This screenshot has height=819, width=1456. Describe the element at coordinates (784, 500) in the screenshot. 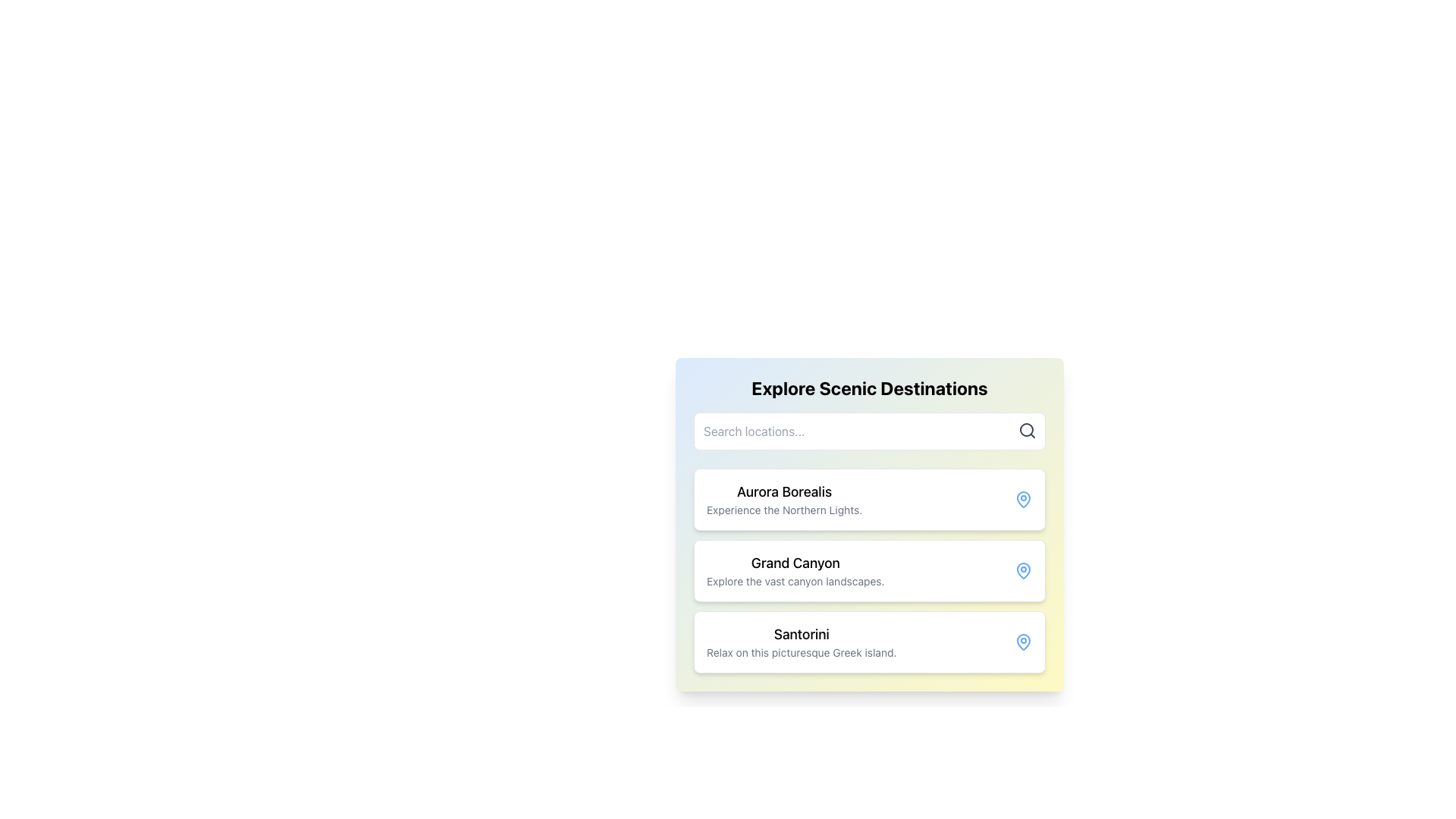

I see `text from the descriptive label located in the first card of the vertical list of scenic destinations beneath the search bar` at that location.